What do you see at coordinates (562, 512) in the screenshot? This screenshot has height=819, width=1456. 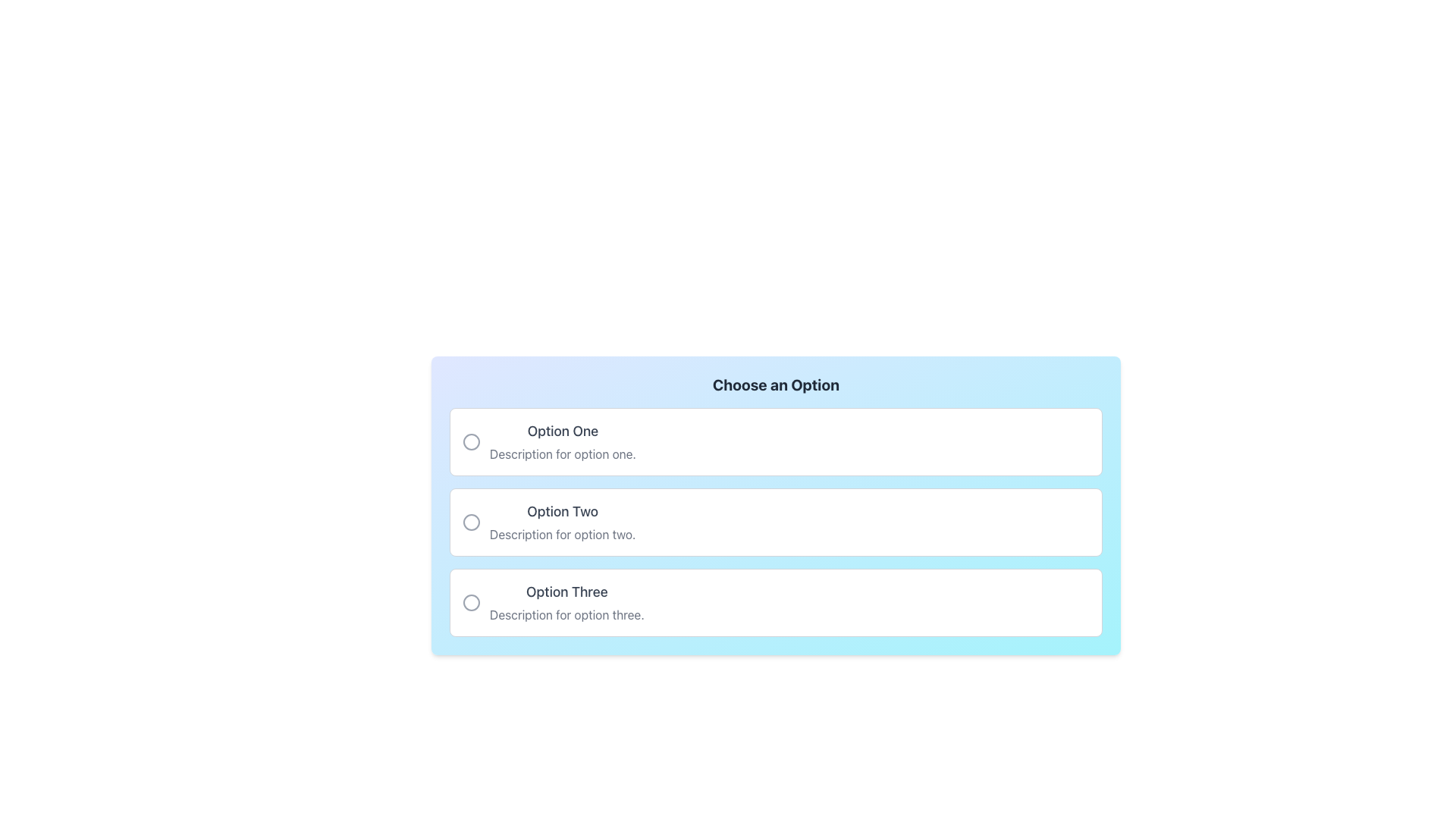 I see `the selection control related to the text label styled with medium, gray-colored typography located in the second row under 'Option Two.'` at bounding box center [562, 512].